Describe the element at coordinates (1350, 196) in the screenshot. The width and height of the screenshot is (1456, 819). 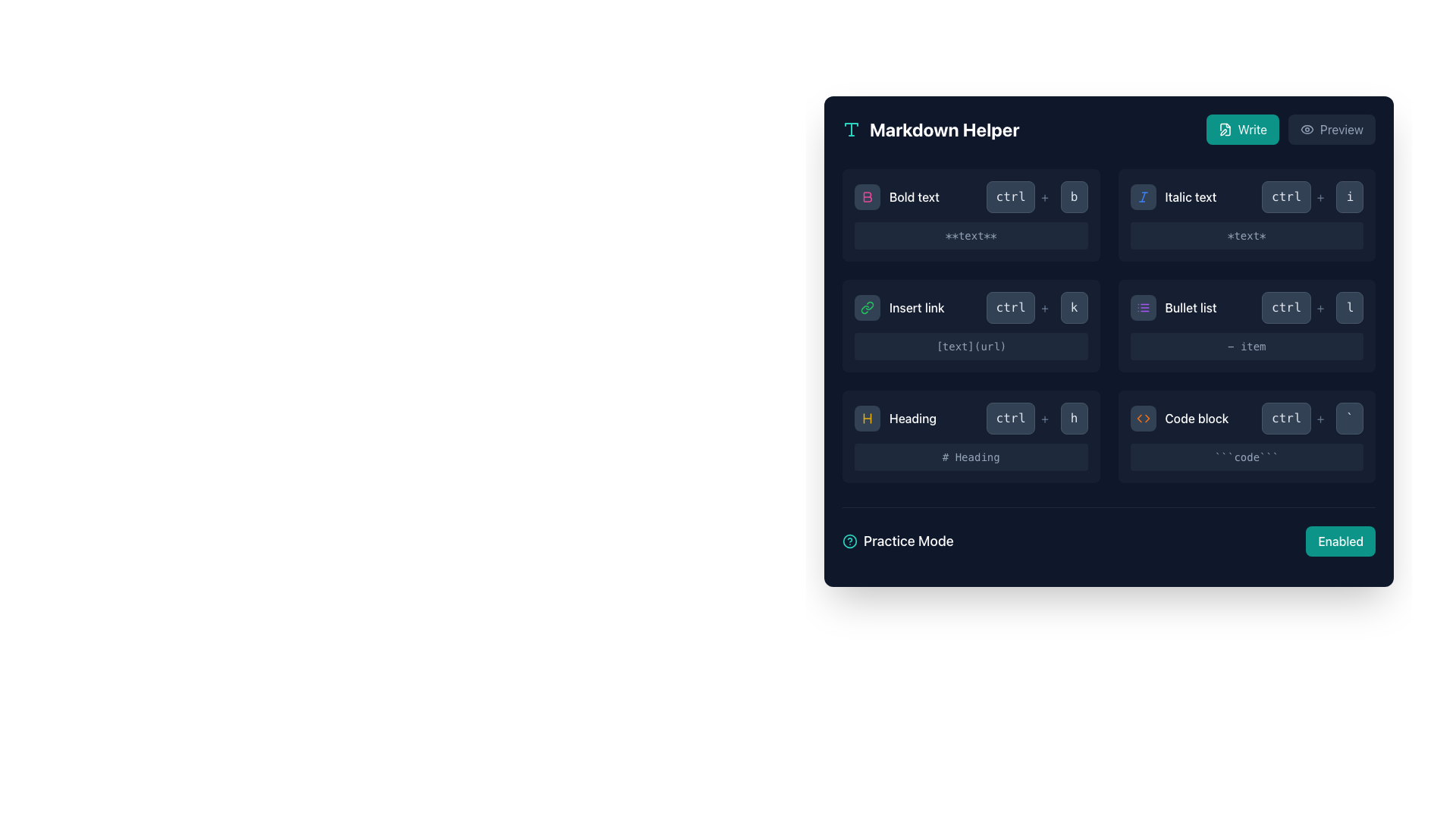
I see `the small, rounded rectangular button with a dark background containing the letter 'i'` at that location.